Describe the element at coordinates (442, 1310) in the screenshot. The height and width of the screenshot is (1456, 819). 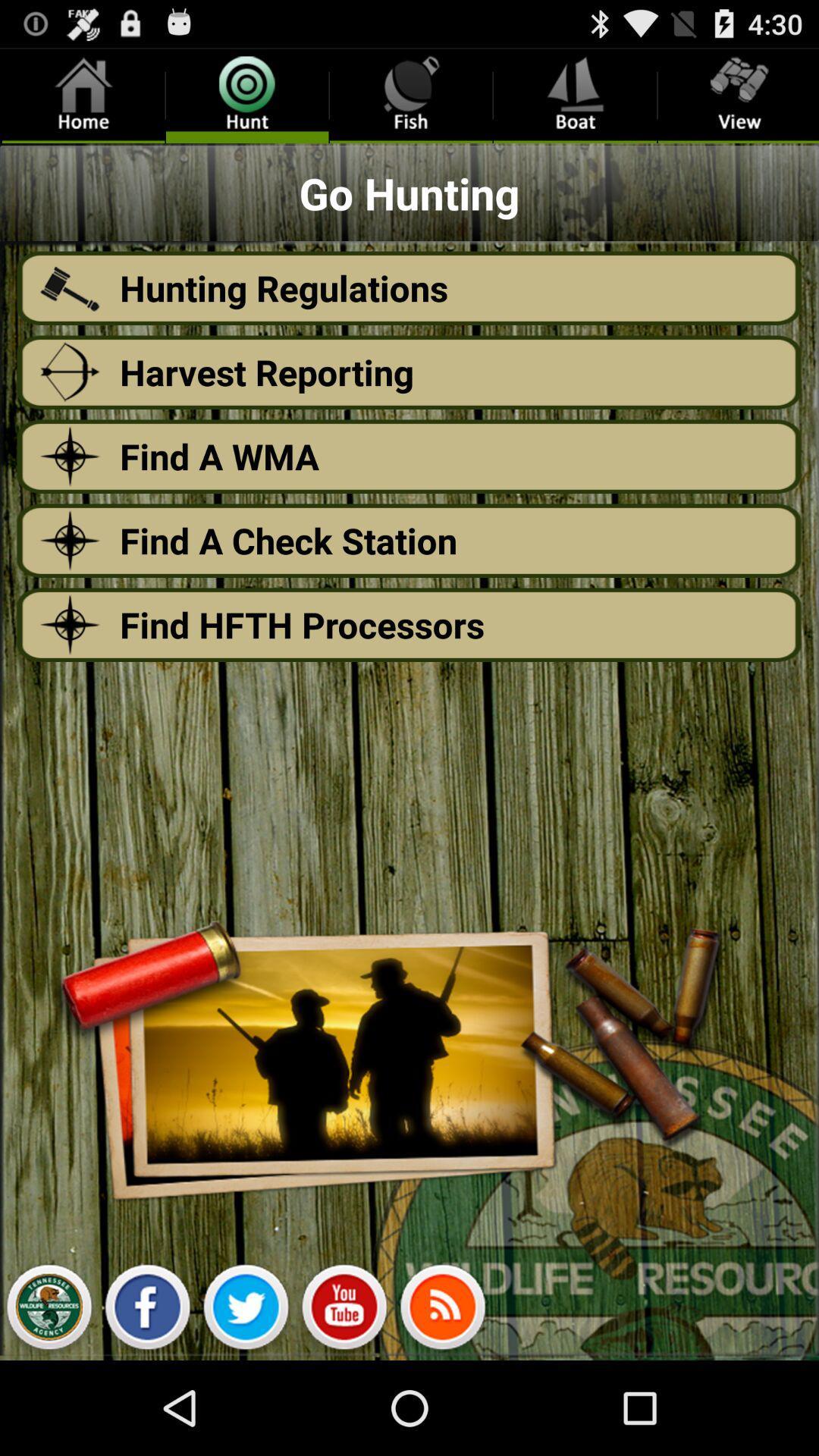
I see `share on rss` at that location.